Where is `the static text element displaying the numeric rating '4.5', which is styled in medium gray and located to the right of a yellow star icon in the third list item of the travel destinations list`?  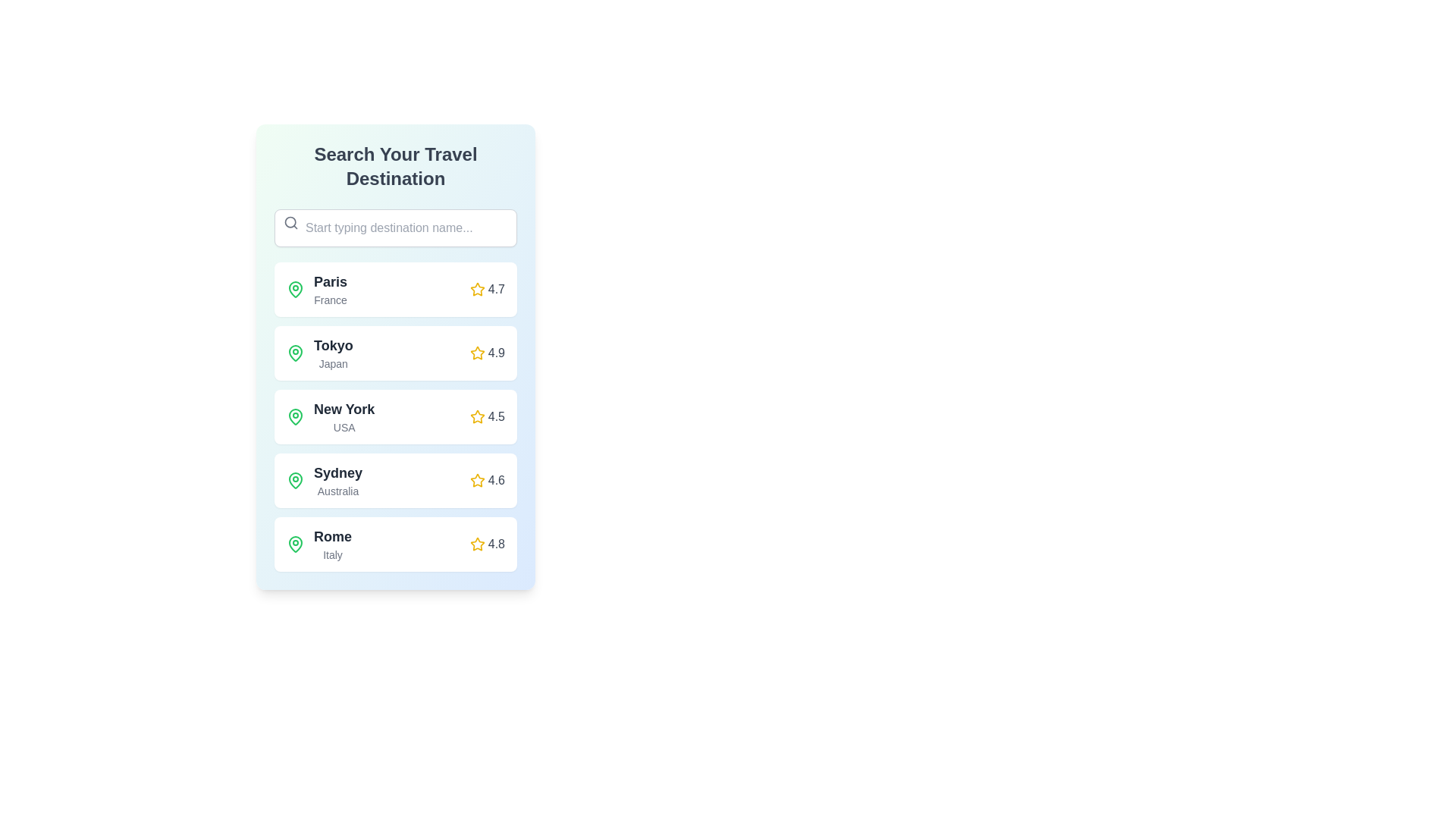
the static text element displaying the numeric rating '4.5', which is styled in medium gray and located to the right of a yellow star icon in the third list item of the travel destinations list is located at coordinates (496, 417).